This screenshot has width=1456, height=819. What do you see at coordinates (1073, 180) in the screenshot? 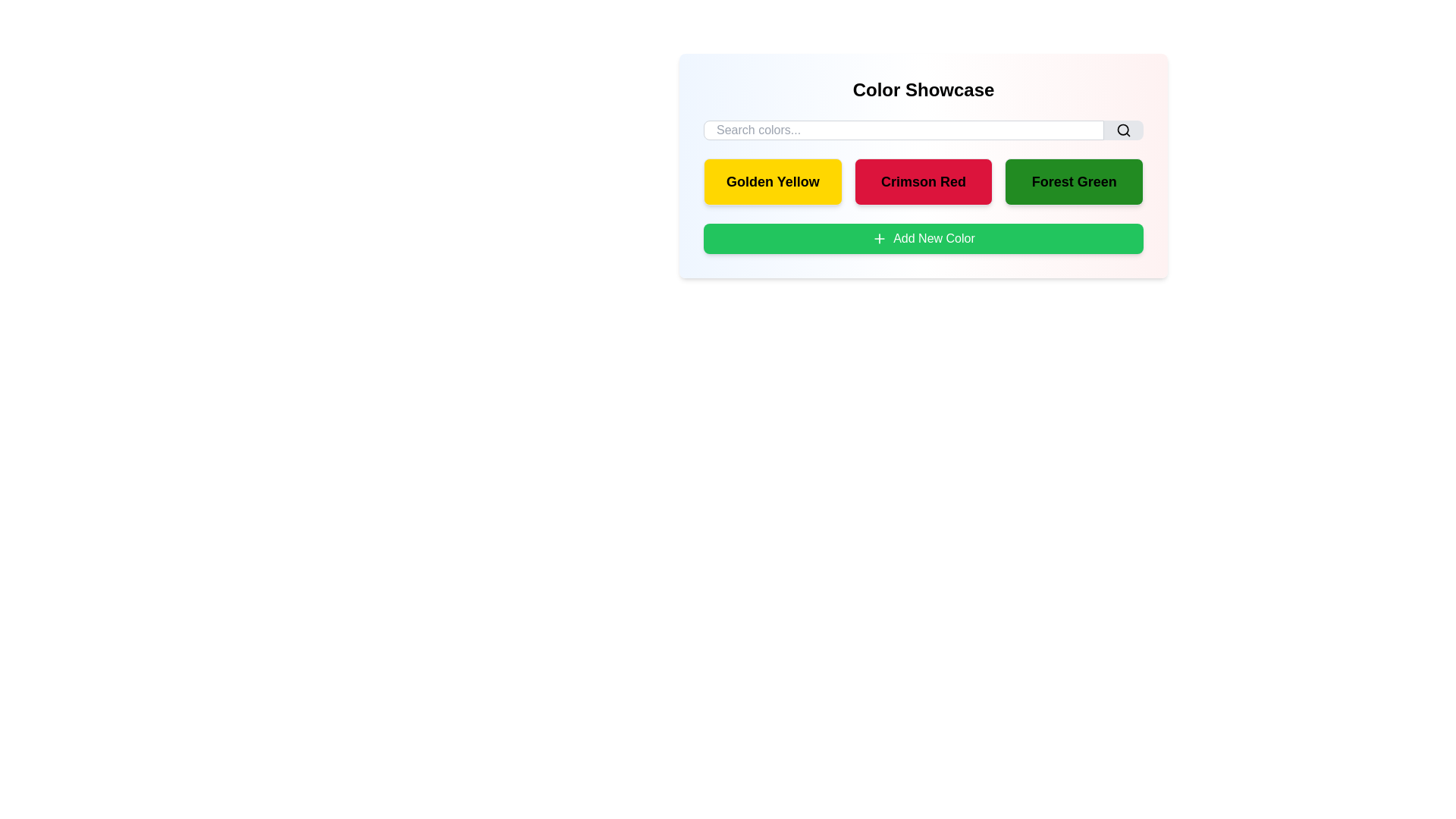
I see `text label that represents the 'Forest Green' color located within the green button, which is the third button from the left in the row of color options` at bounding box center [1073, 180].